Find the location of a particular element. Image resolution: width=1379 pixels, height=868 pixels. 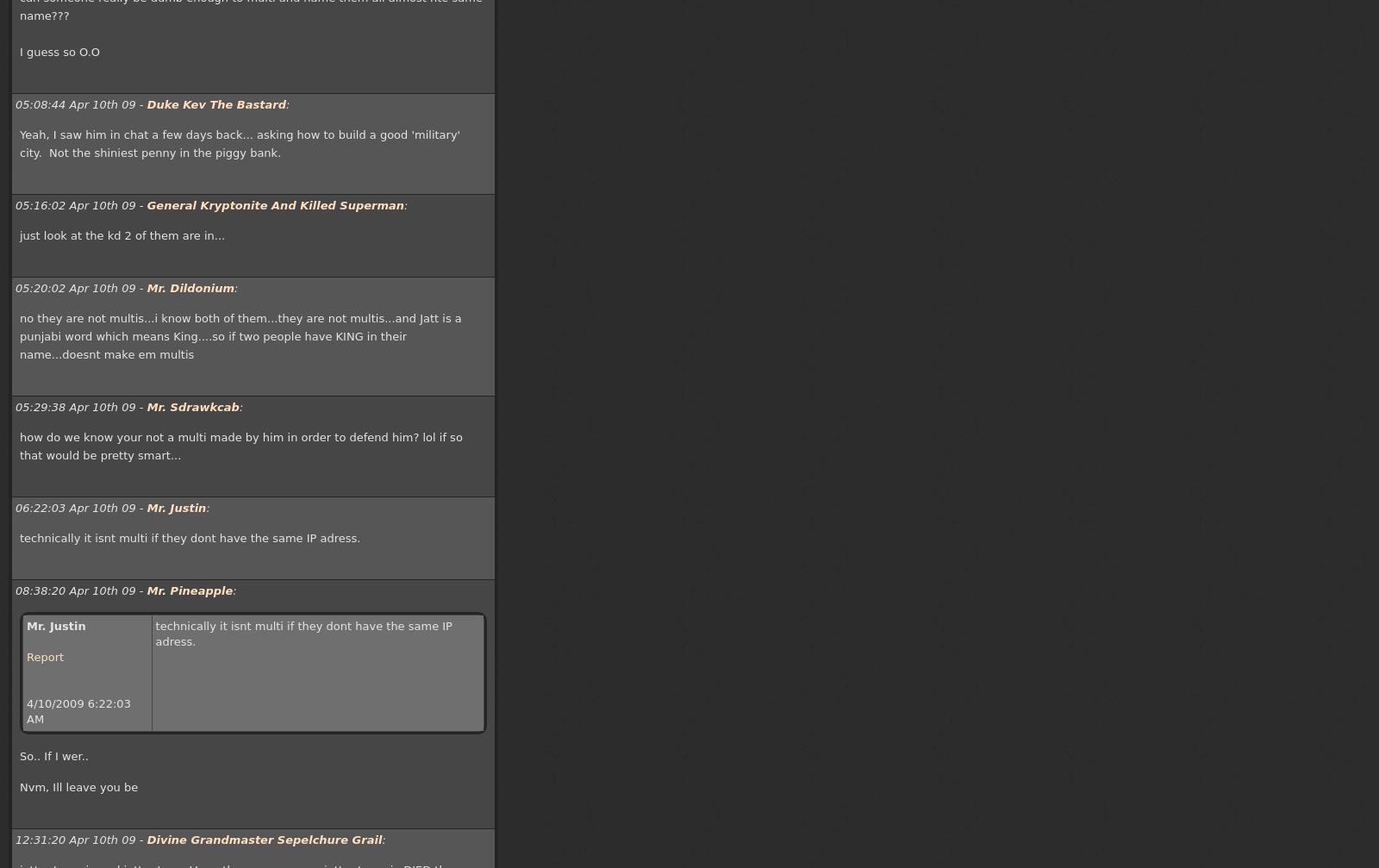

'Divine Grandmaster Sepelchure Grail' is located at coordinates (264, 839).